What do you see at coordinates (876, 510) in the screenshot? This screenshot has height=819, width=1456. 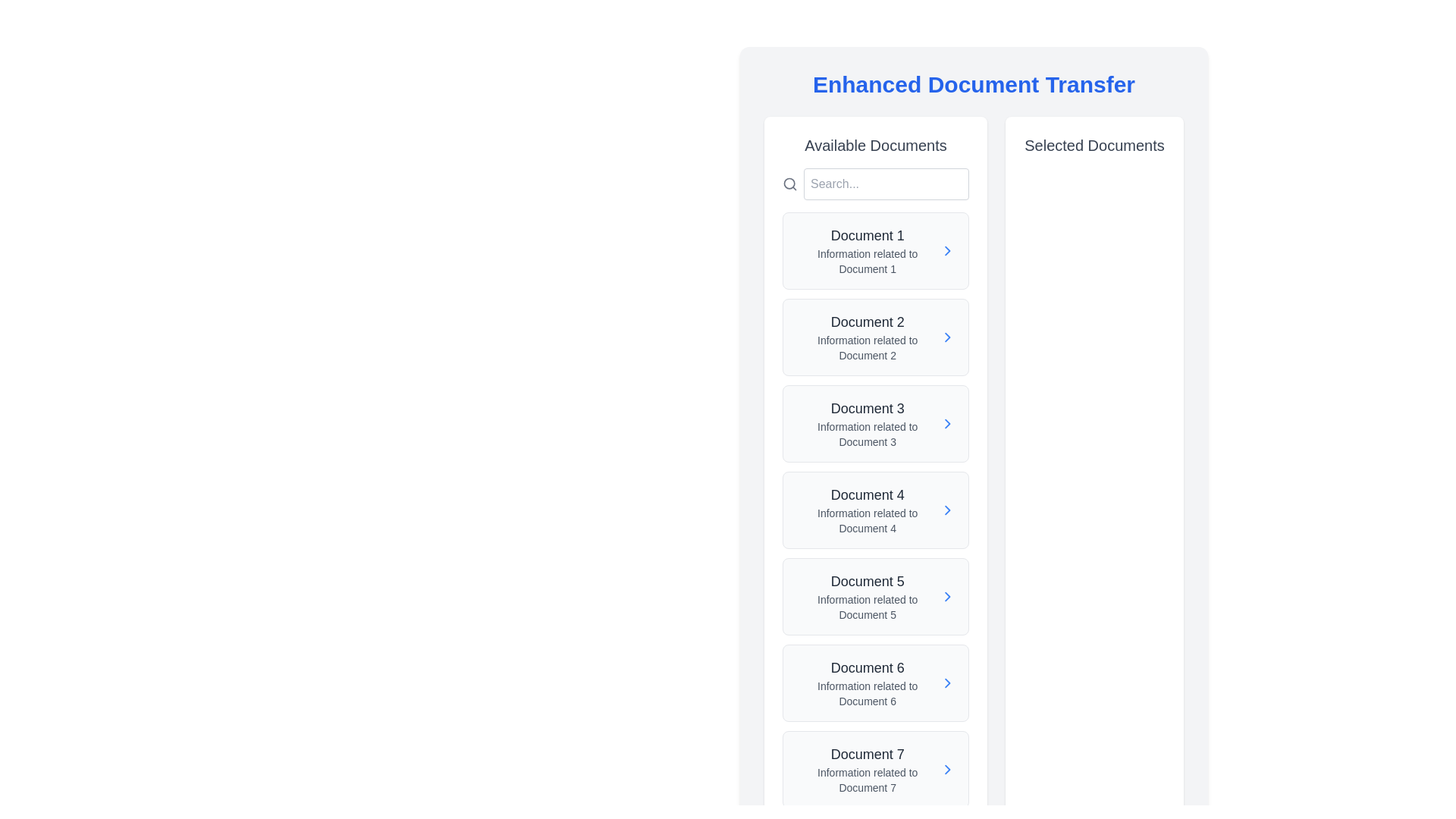 I see `the interactive card titled 'Document 4'` at bounding box center [876, 510].